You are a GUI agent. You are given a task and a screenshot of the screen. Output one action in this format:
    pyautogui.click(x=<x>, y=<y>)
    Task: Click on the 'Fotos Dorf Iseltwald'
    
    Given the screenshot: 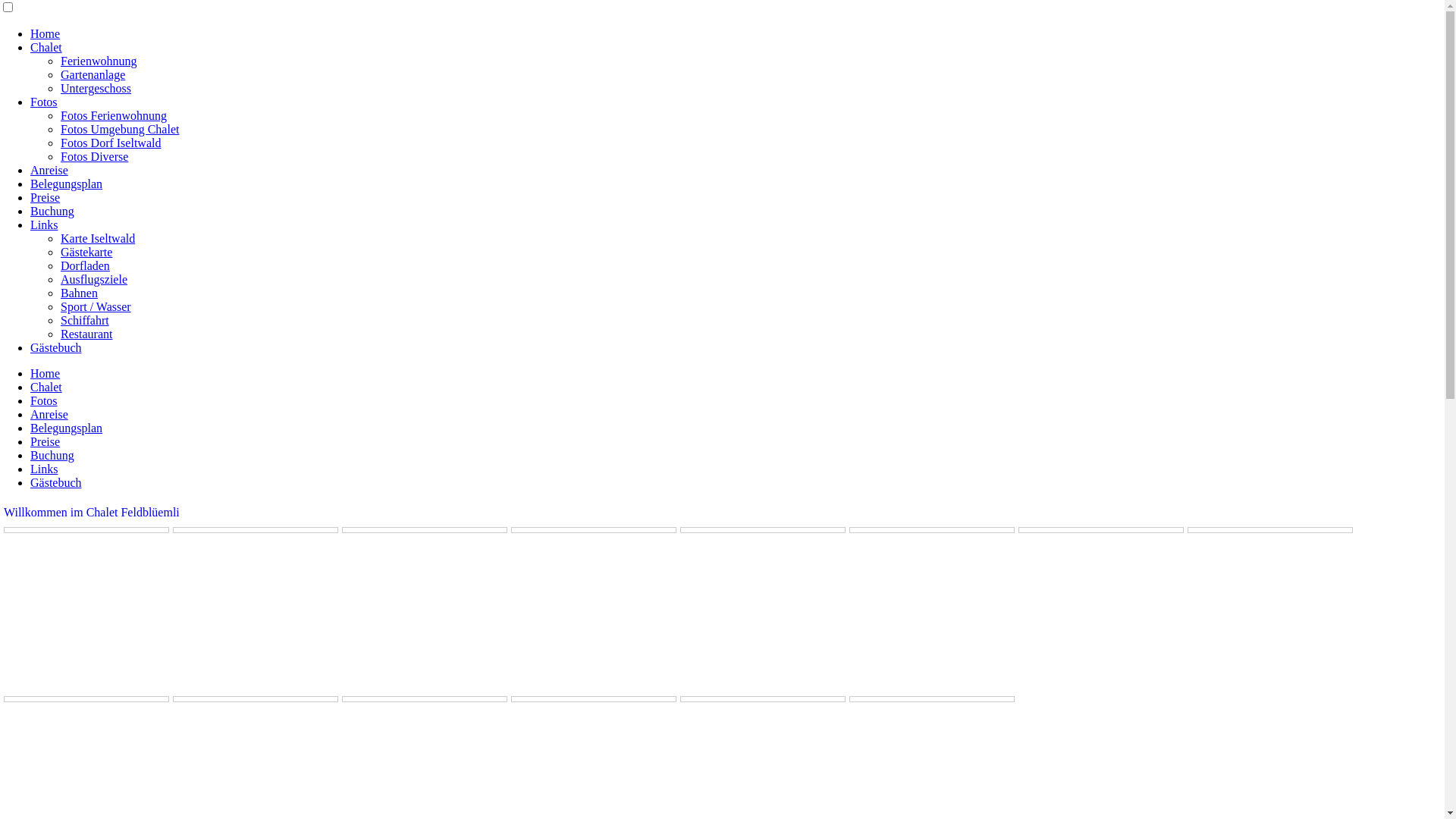 What is the action you would take?
    pyautogui.click(x=61, y=143)
    